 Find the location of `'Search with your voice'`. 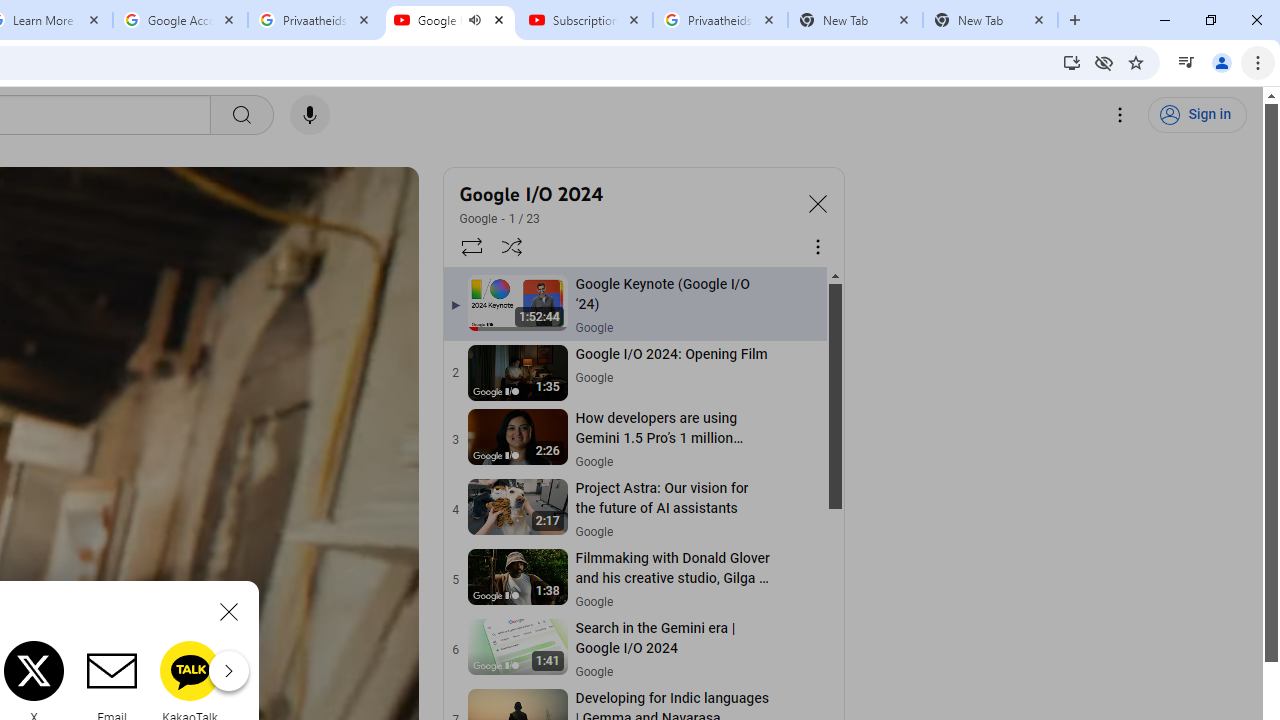

'Search with your voice' is located at coordinates (308, 115).